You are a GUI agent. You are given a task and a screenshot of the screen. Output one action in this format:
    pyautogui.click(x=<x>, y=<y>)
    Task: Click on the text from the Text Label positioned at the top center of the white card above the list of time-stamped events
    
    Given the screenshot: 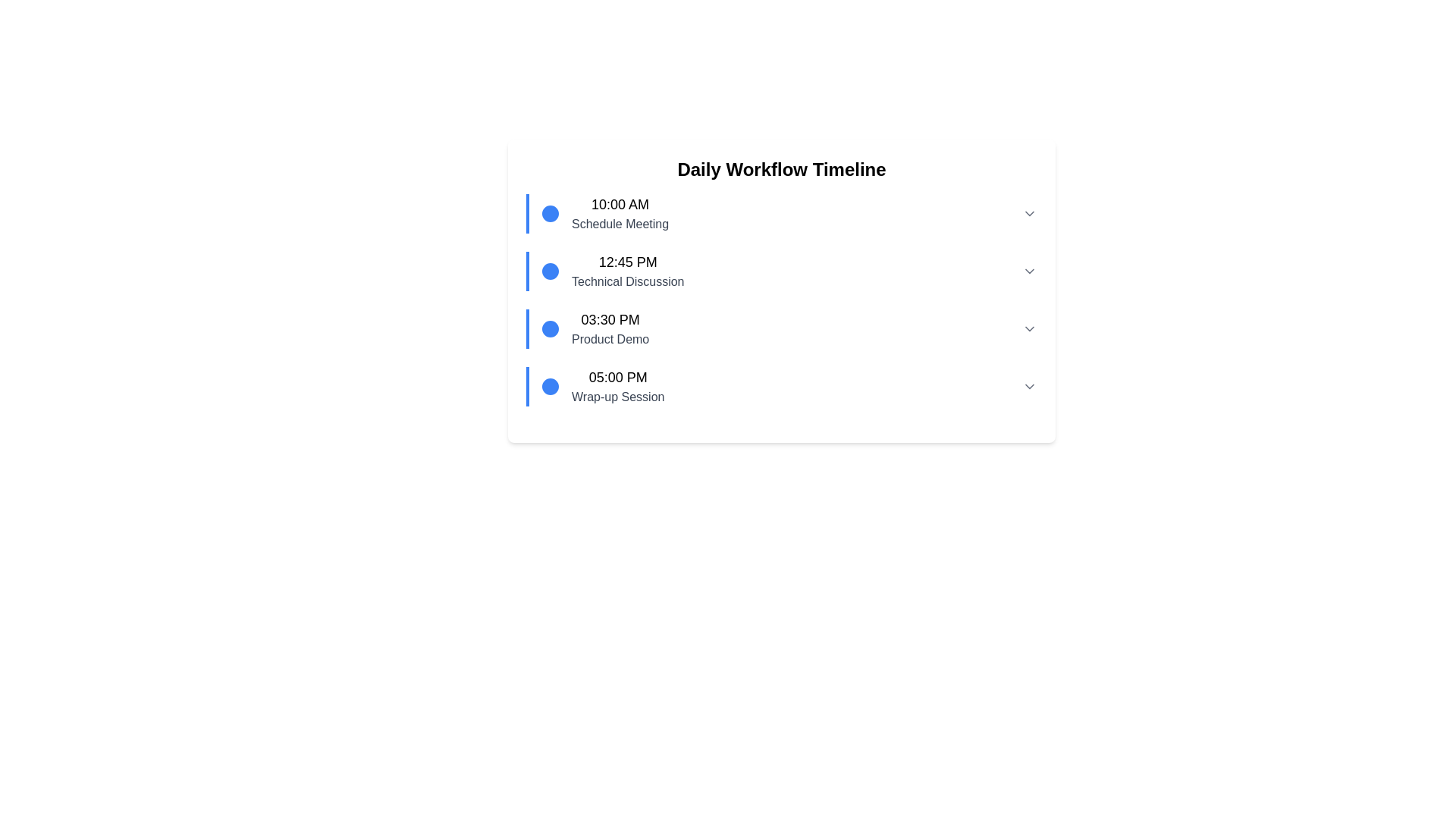 What is the action you would take?
    pyautogui.click(x=782, y=169)
    